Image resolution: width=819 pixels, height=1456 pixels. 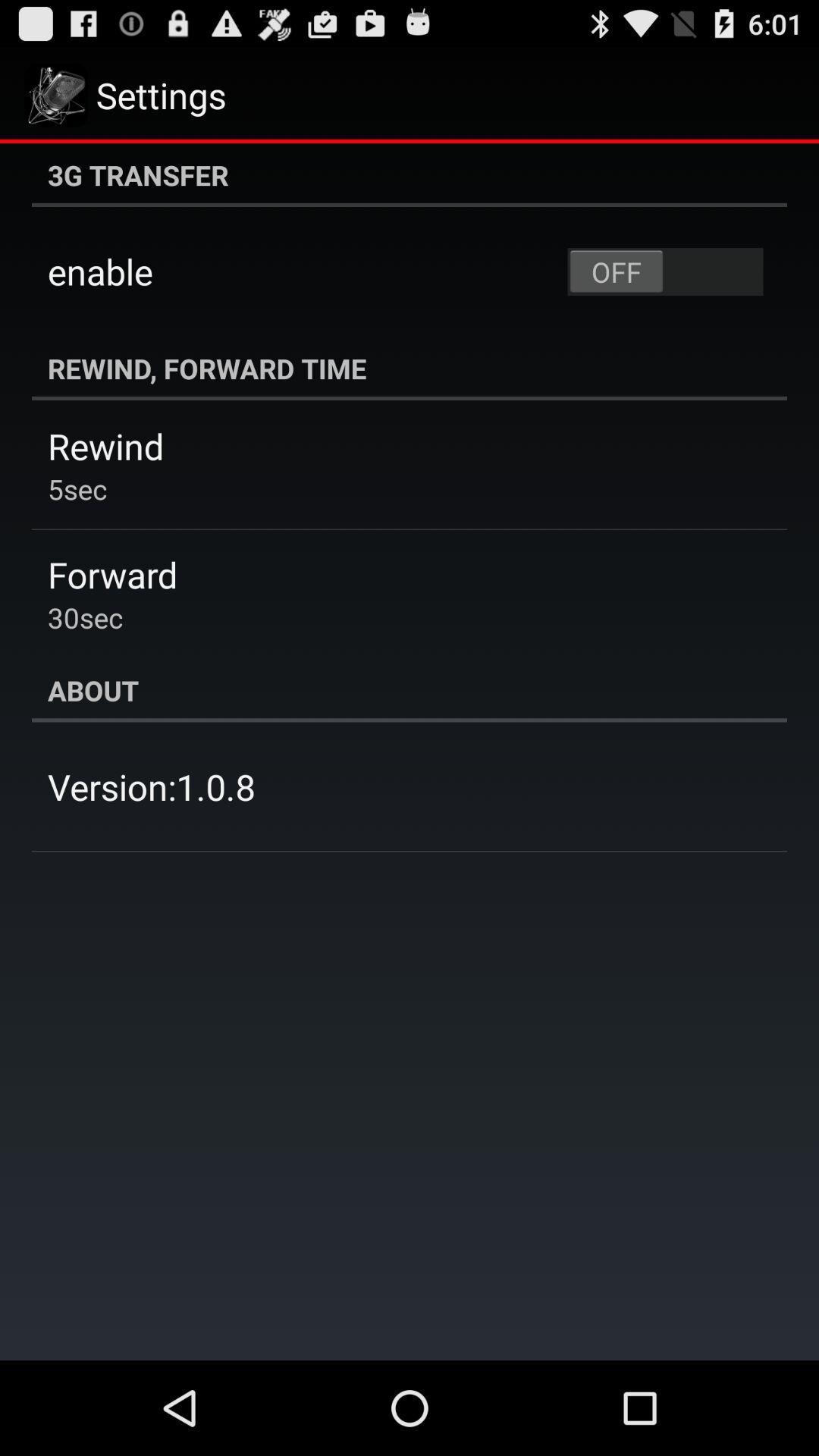 I want to click on icon at the top right corner, so click(x=664, y=271).